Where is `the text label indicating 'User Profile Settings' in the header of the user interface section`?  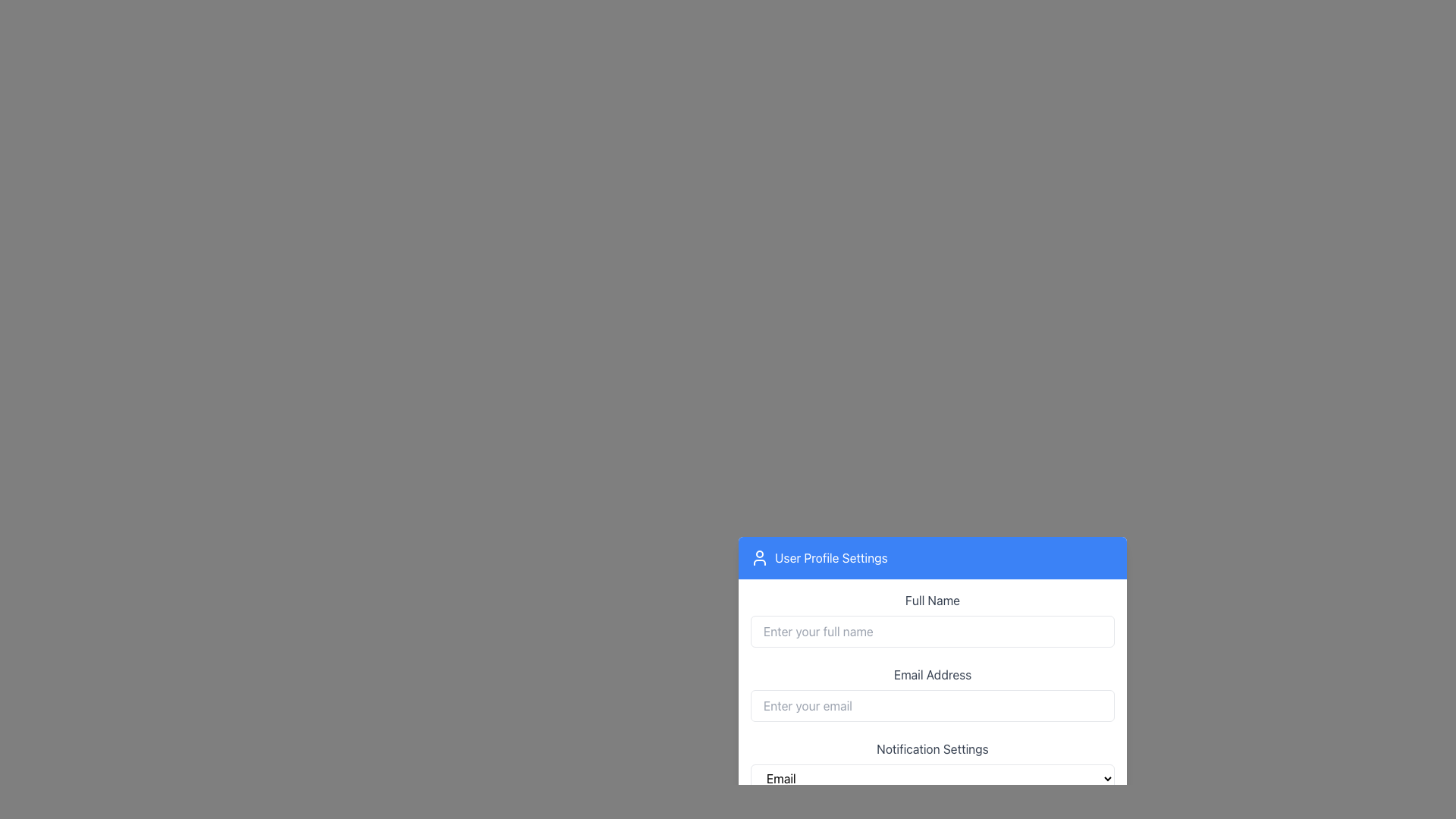 the text label indicating 'User Profile Settings' in the header of the user interface section is located at coordinates (830, 557).